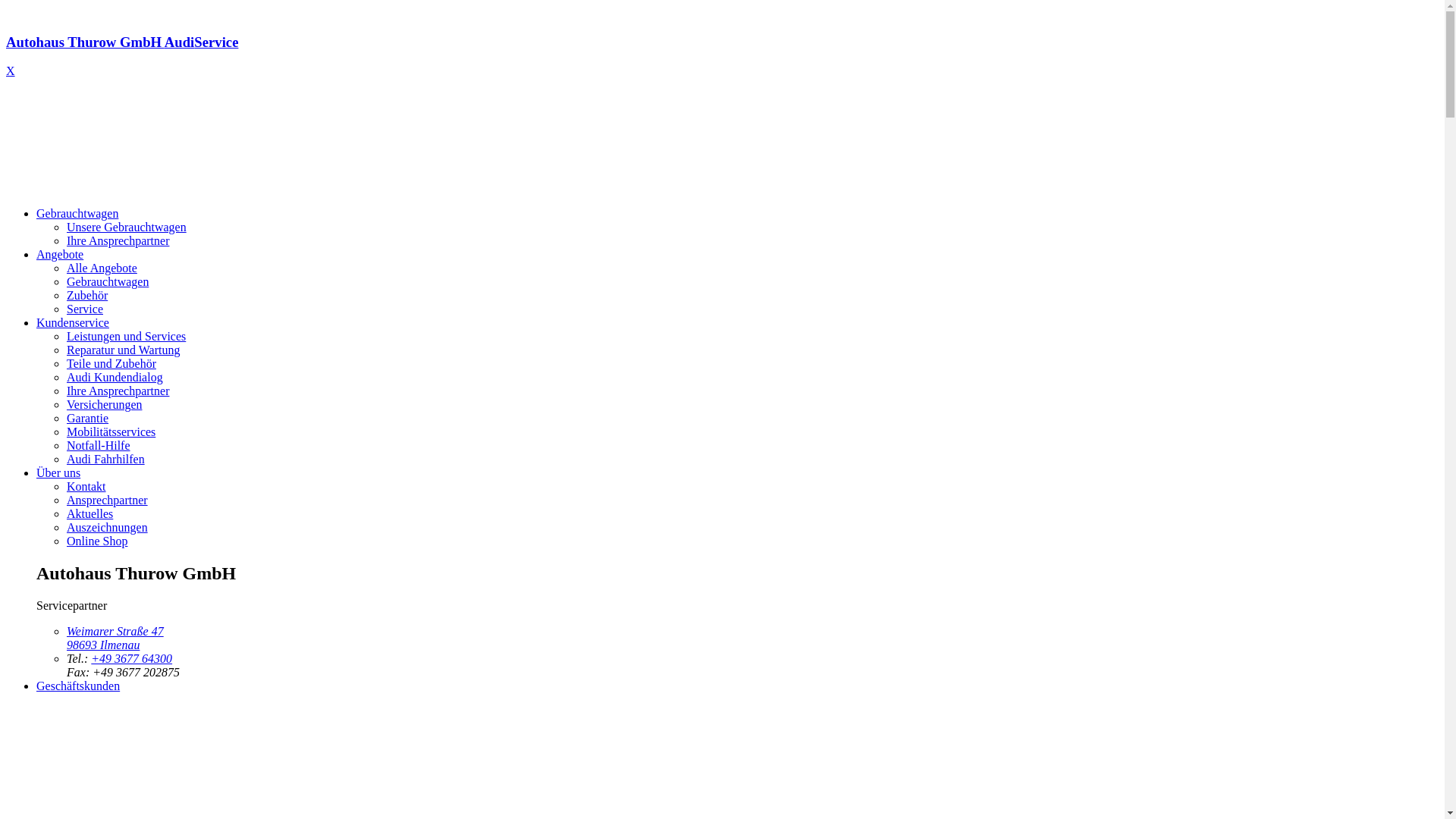 Image resolution: width=1456 pixels, height=819 pixels. What do you see at coordinates (83, 308) in the screenshot?
I see `'Service'` at bounding box center [83, 308].